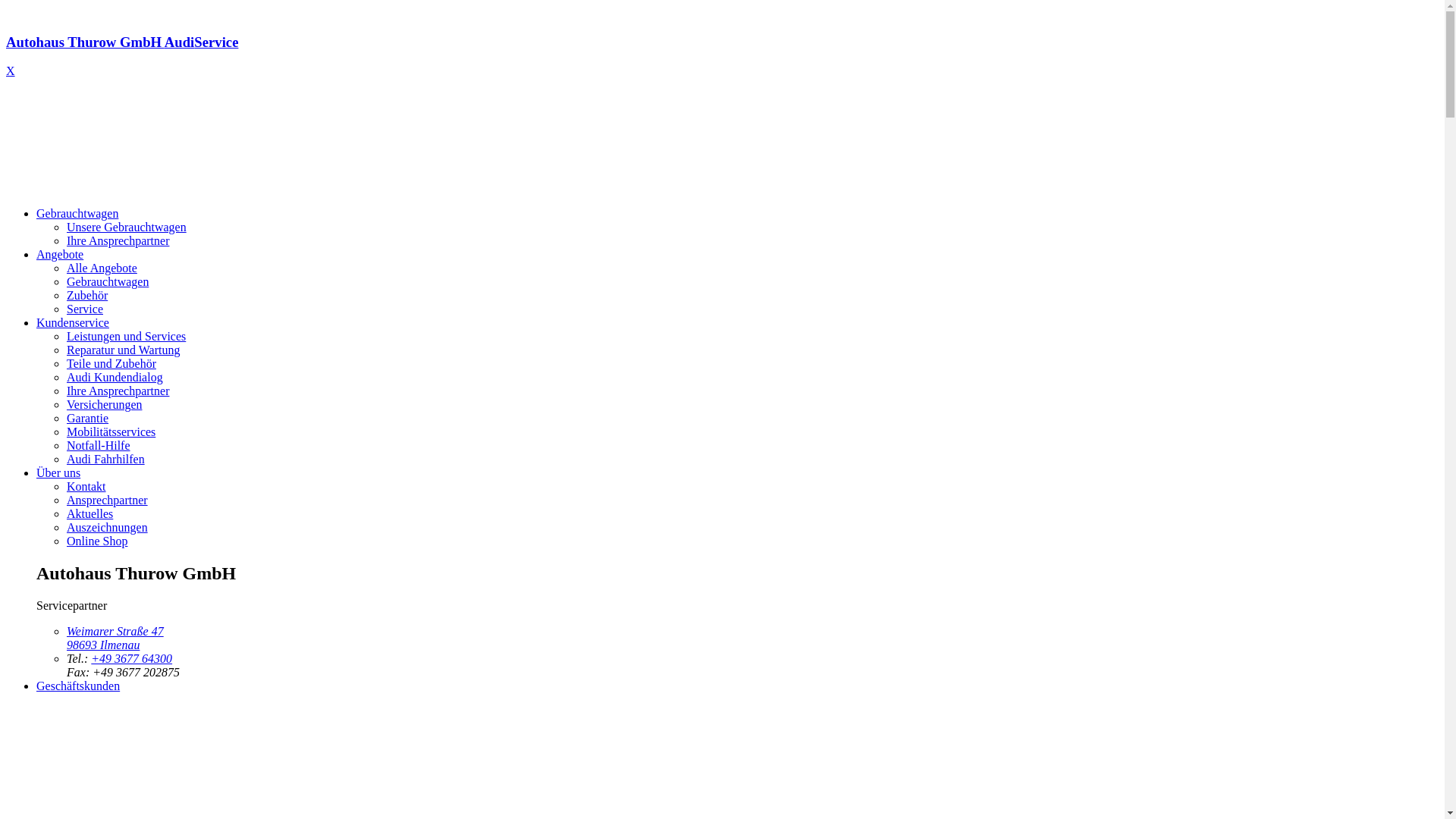 Image resolution: width=1456 pixels, height=819 pixels. What do you see at coordinates (83, 308) in the screenshot?
I see `'Service'` at bounding box center [83, 308].